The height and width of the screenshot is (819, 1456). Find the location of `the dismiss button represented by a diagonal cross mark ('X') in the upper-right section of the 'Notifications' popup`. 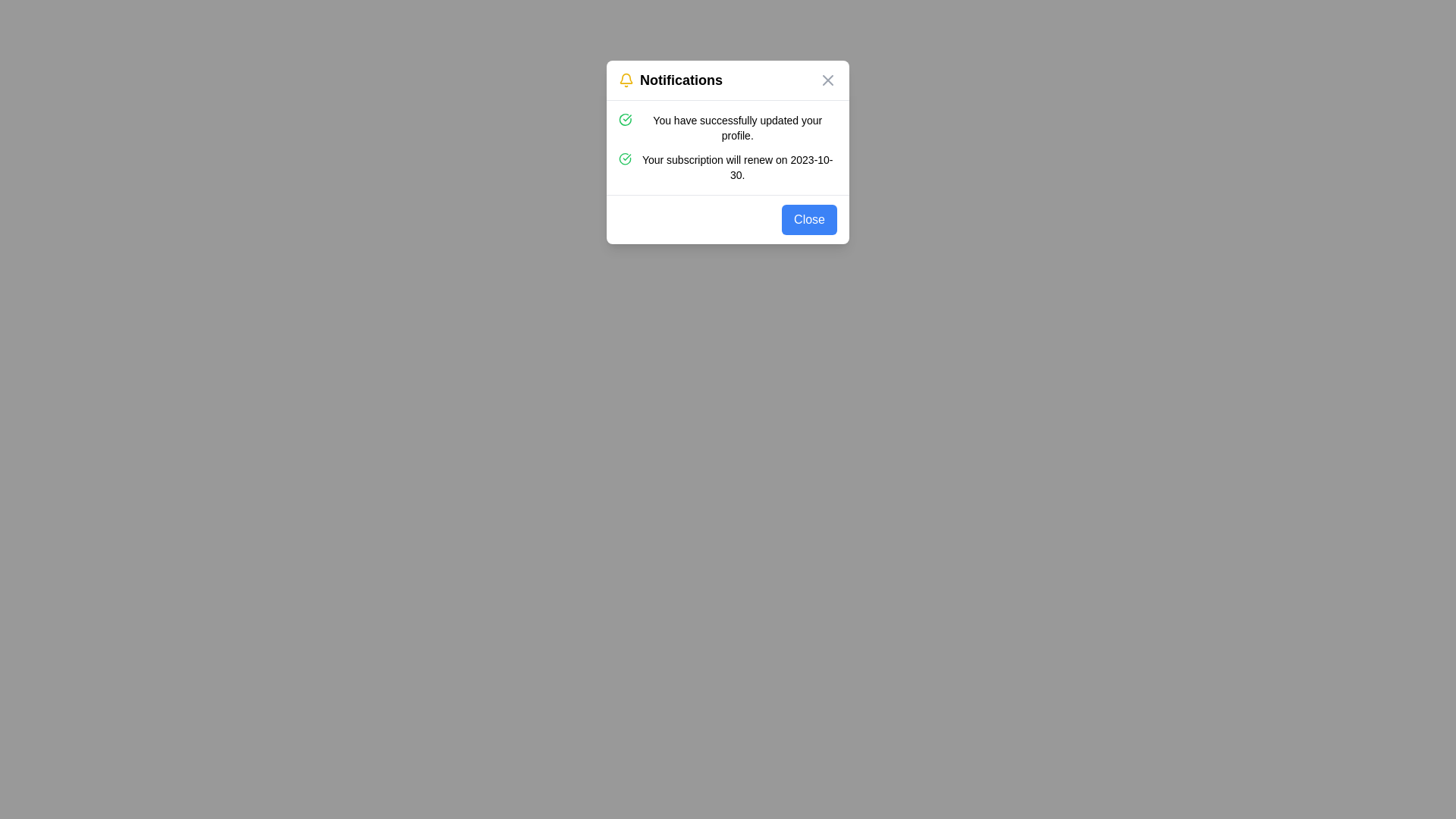

the dismiss button represented by a diagonal cross mark ('X') in the upper-right section of the 'Notifications' popup is located at coordinates (827, 80).